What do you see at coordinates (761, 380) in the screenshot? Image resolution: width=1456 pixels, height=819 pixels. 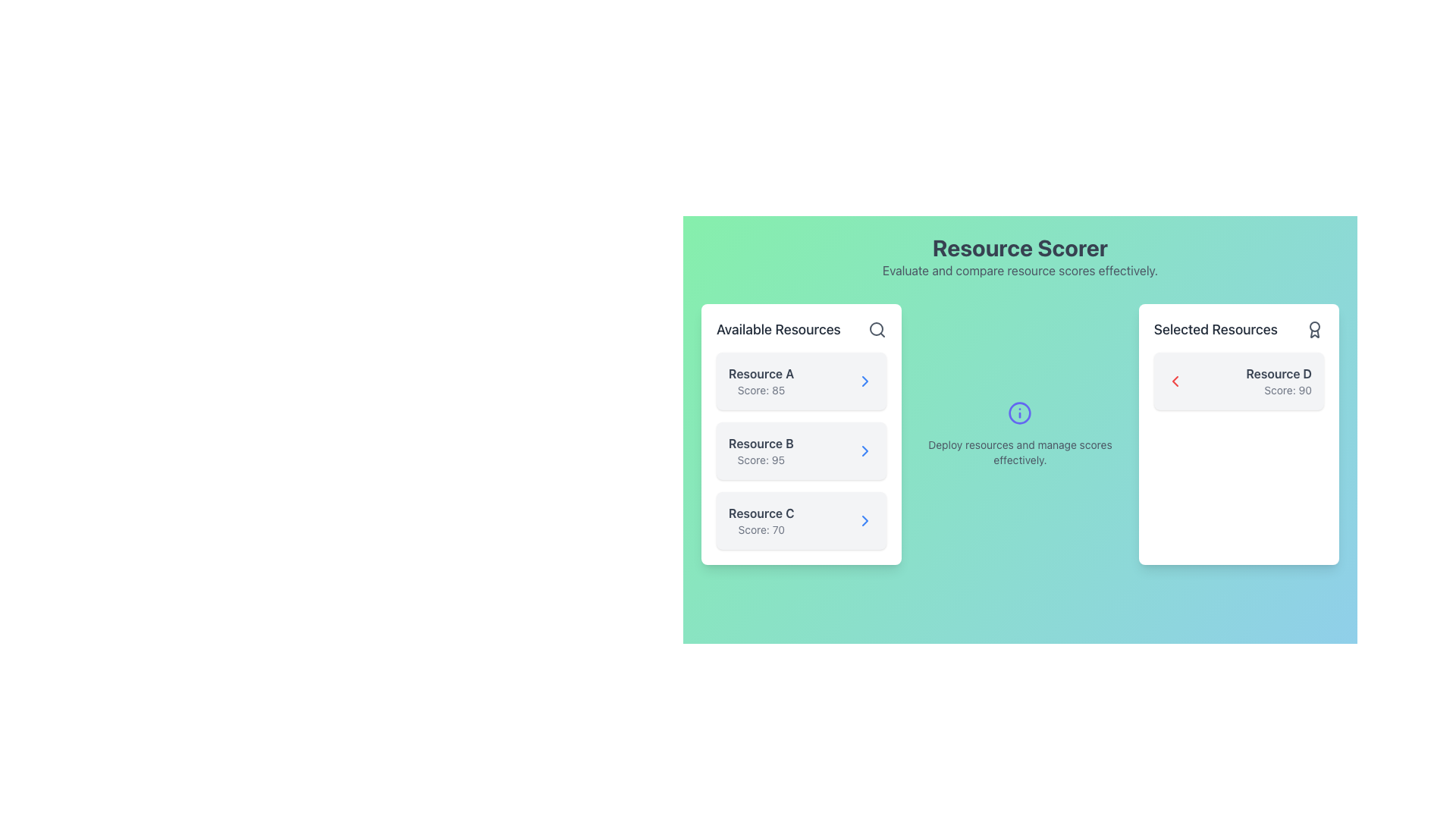 I see `text contents of the first Text Element under the 'Available Resources' section located in the left panel of the interface` at bounding box center [761, 380].